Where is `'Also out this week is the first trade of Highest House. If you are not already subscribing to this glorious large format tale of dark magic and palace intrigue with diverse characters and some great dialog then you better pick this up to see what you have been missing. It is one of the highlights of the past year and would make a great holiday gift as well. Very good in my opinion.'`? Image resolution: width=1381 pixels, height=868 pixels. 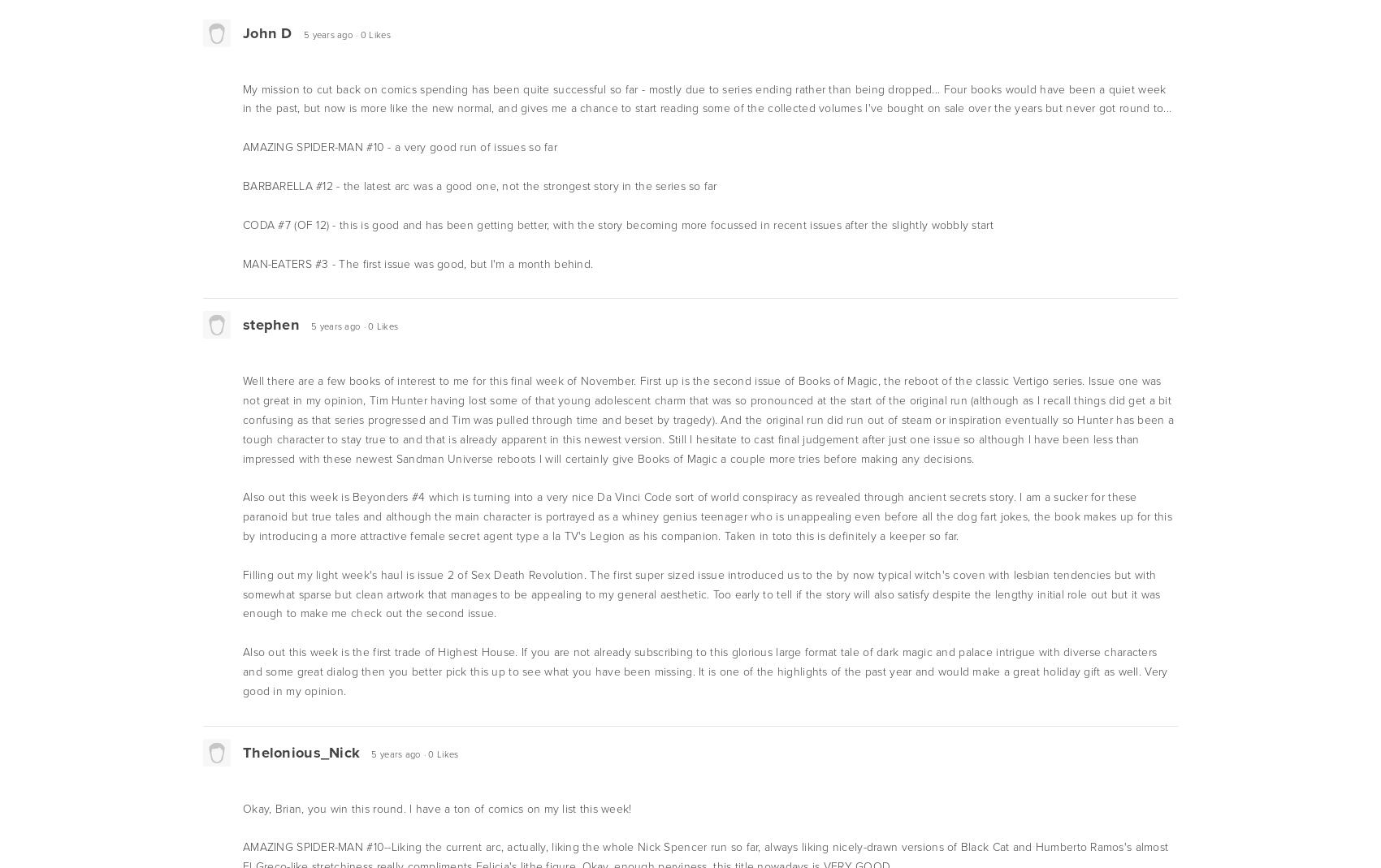
'Also out this week is the first trade of Highest House. If you are not already subscribing to this glorious large format tale of dark magic and palace intrigue with diverse characters and some great dialog then you better pick this up to see what you have been missing. It is one of the highlights of the past year and would make a great holiday gift as well. Very good in my opinion.' is located at coordinates (705, 671).